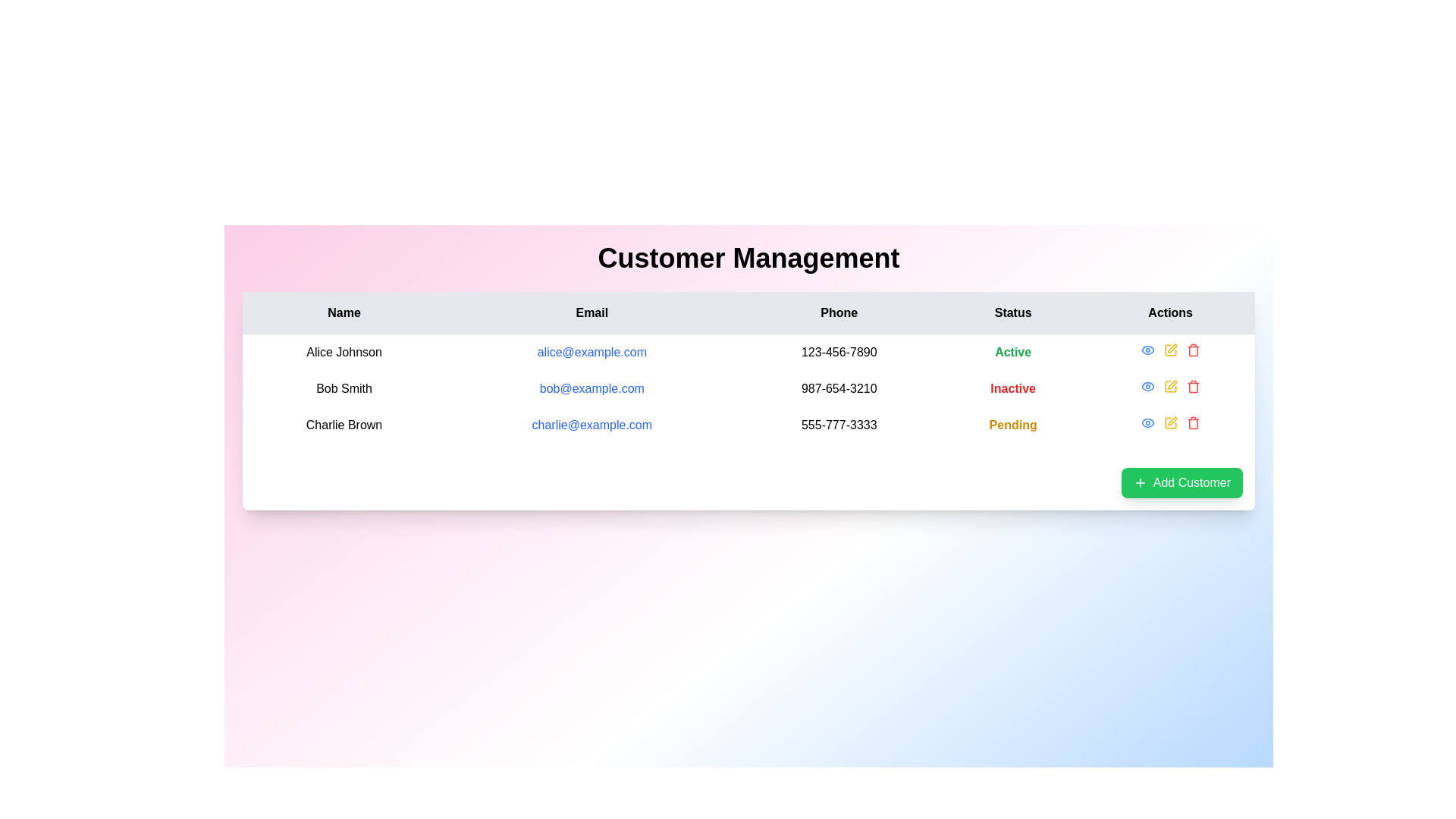 Image resolution: width=1456 pixels, height=819 pixels. Describe the element at coordinates (1169, 385) in the screenshot. I see `the vector graphic icon associated with editing actions in the 'Actions' column of the second row for Bob Smith` at that location.